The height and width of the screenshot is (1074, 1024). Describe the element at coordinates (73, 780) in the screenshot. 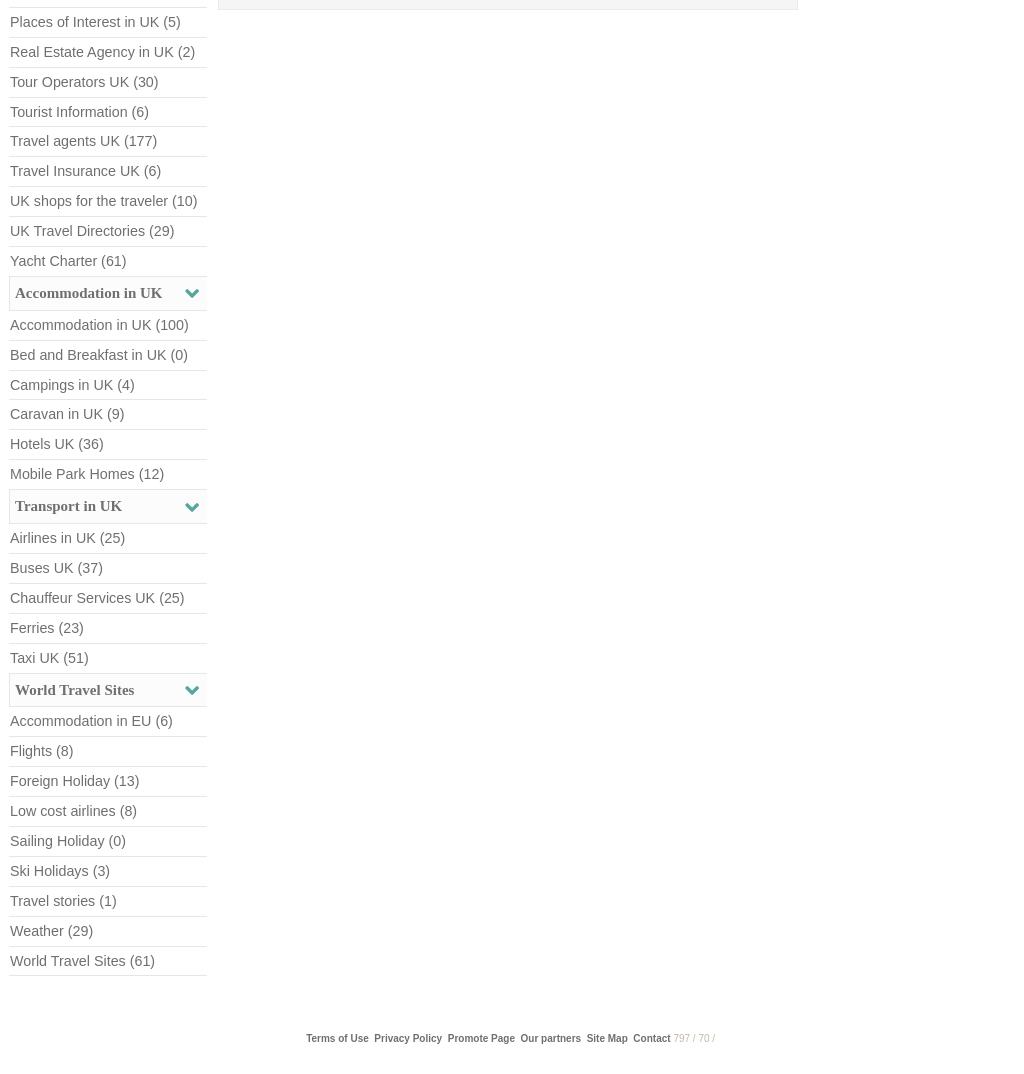

I see `'Foreign Holiday (13)'` at that location.